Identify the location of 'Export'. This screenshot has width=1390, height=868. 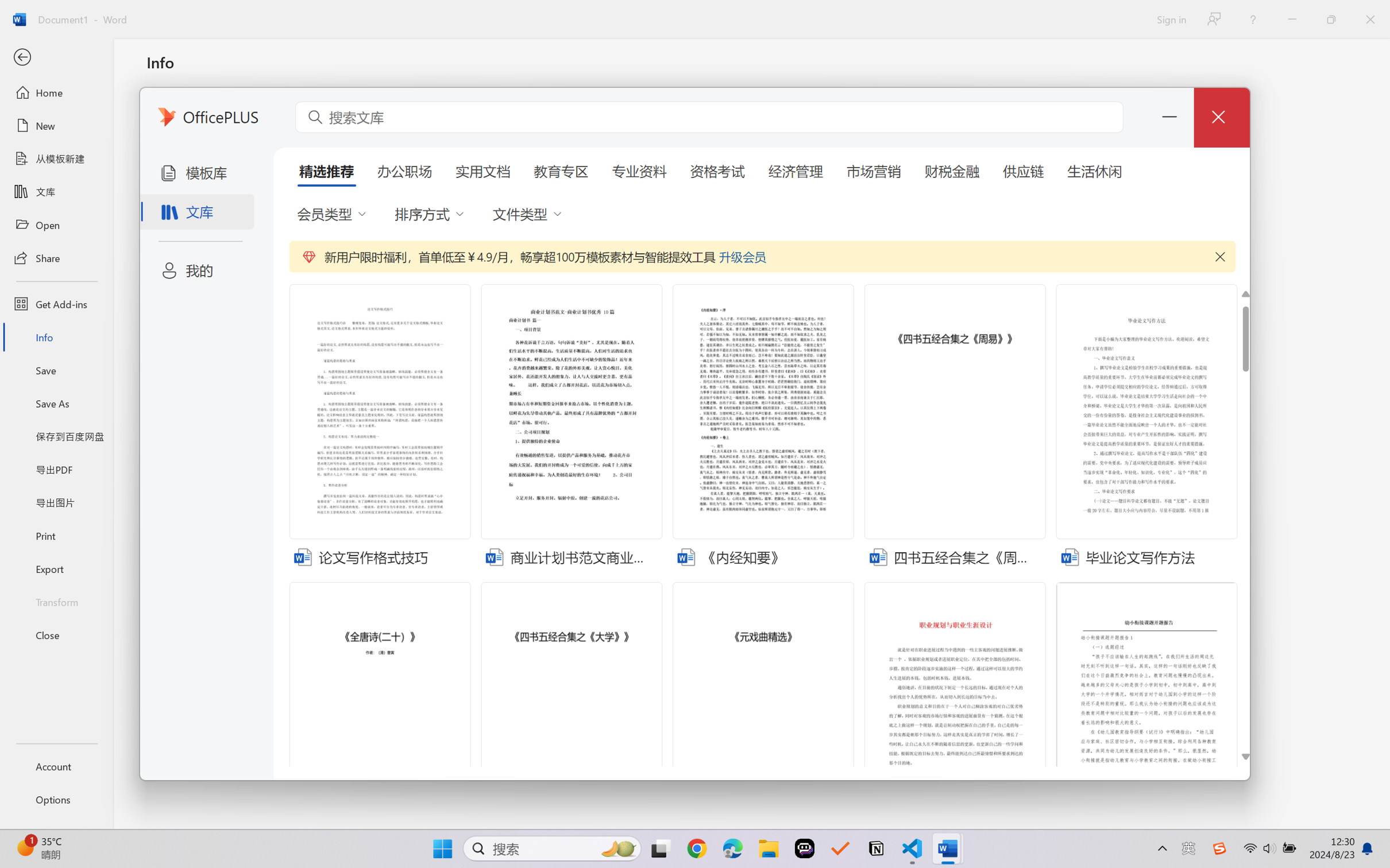
(56, 568).